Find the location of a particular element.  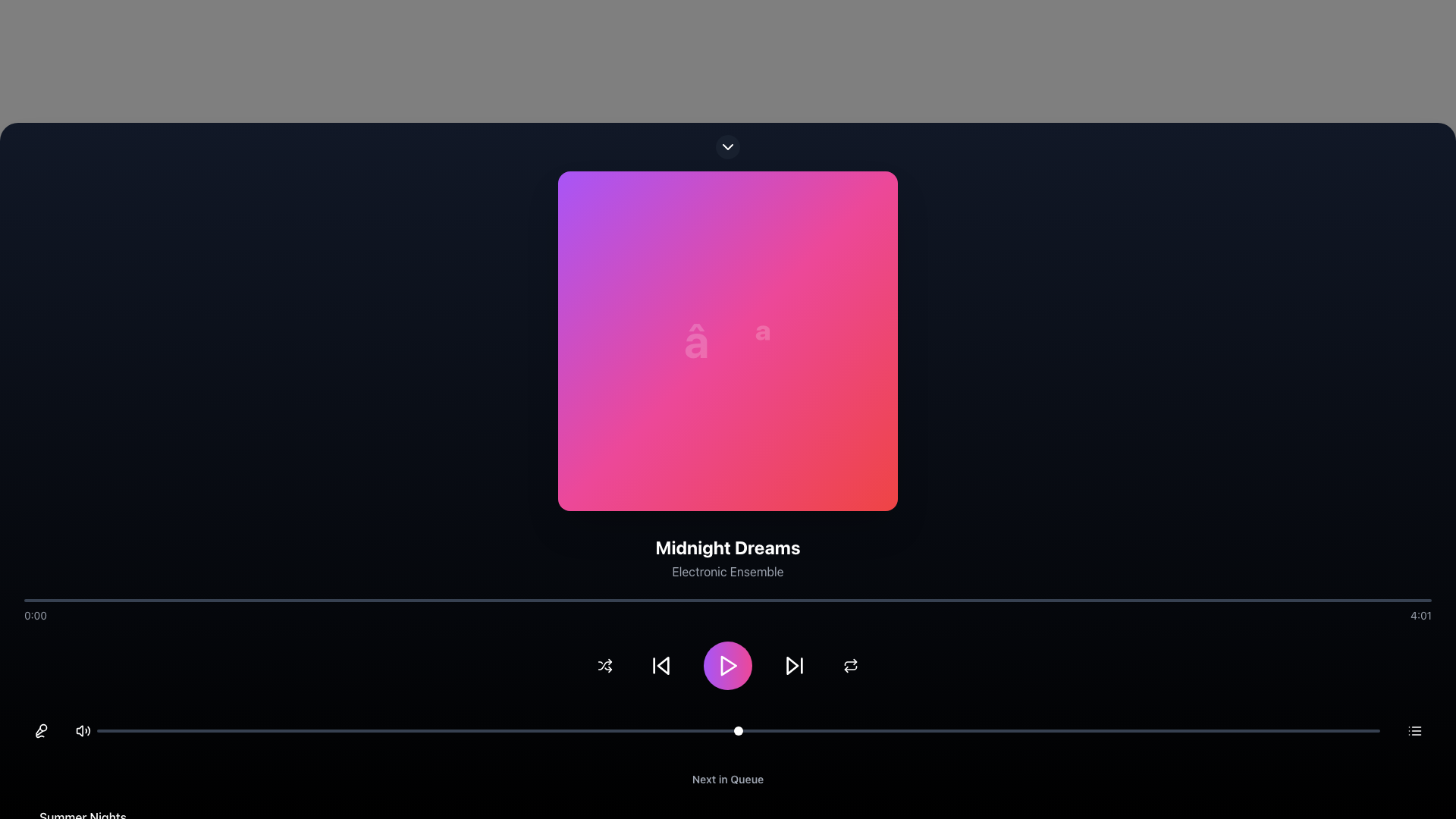

the microphone toggle button located in the lower-left corner of the interface is located at coordinates (40, 730).